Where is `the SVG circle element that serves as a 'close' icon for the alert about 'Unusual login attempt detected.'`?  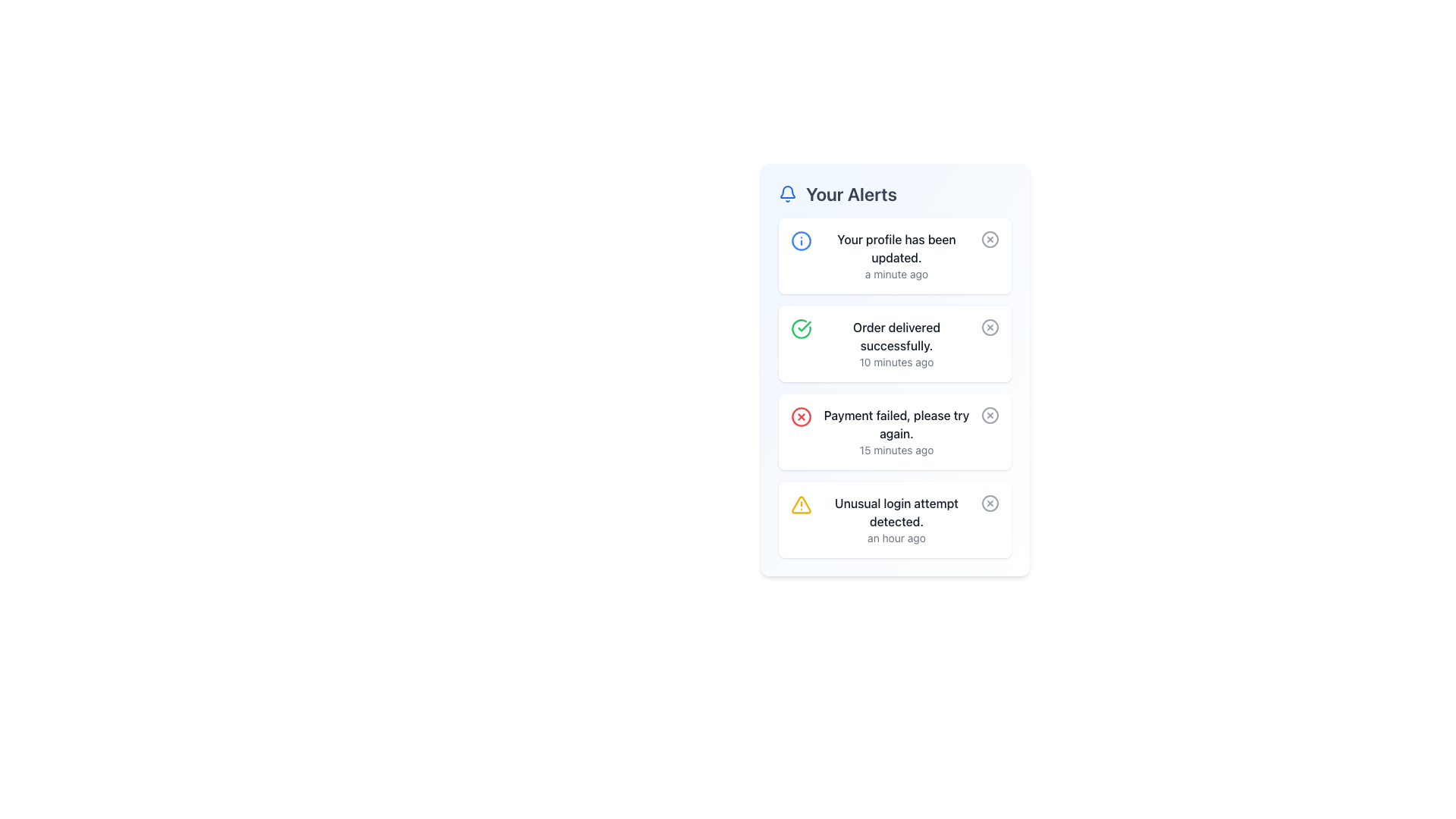
the SVG circle element that serves as a 'close' icon for the alert about 'Unusual login attempt detected.' is located at coordinates (990, 503).